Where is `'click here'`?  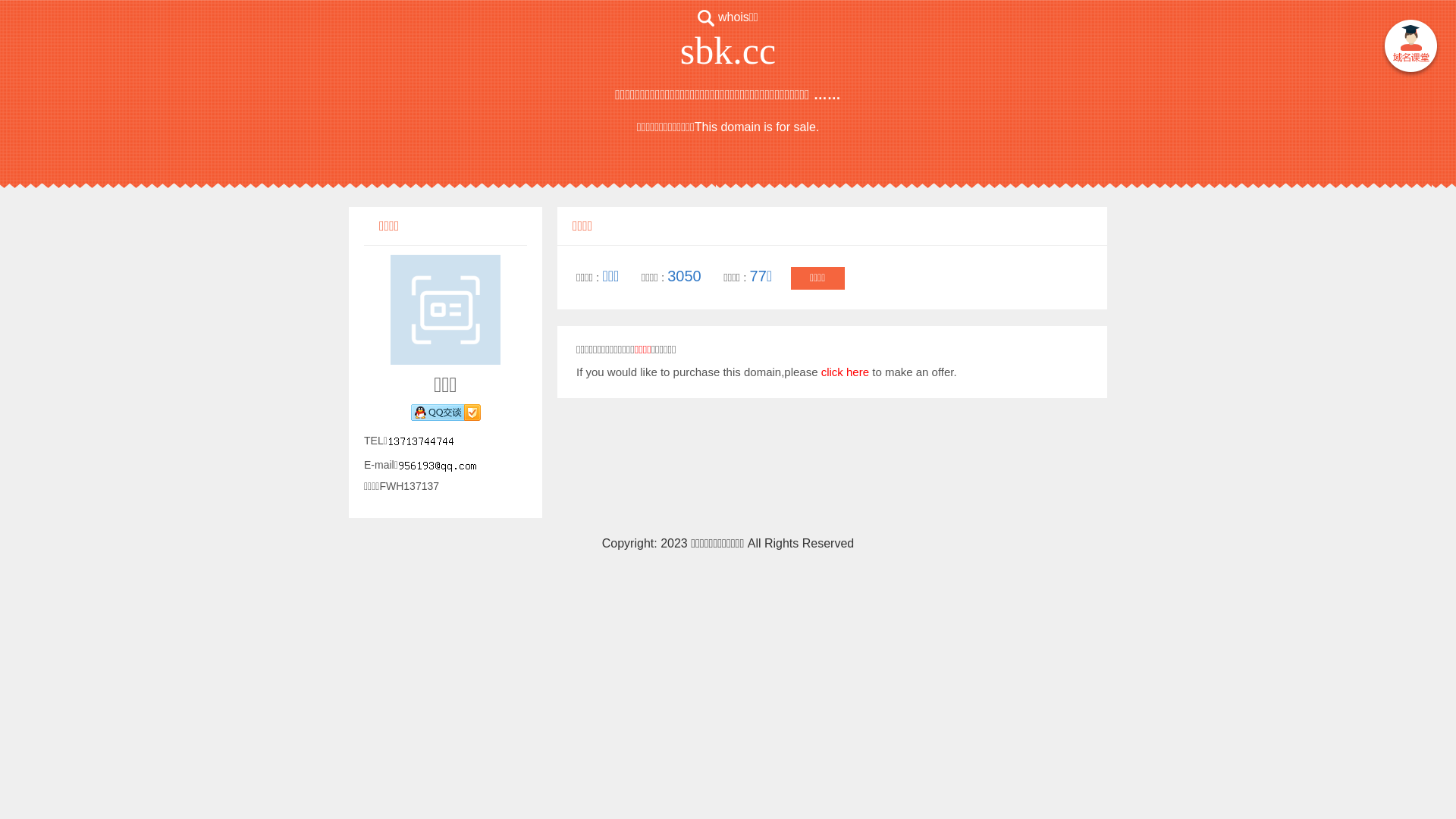
'click here' is located at coordinates (844, 372).